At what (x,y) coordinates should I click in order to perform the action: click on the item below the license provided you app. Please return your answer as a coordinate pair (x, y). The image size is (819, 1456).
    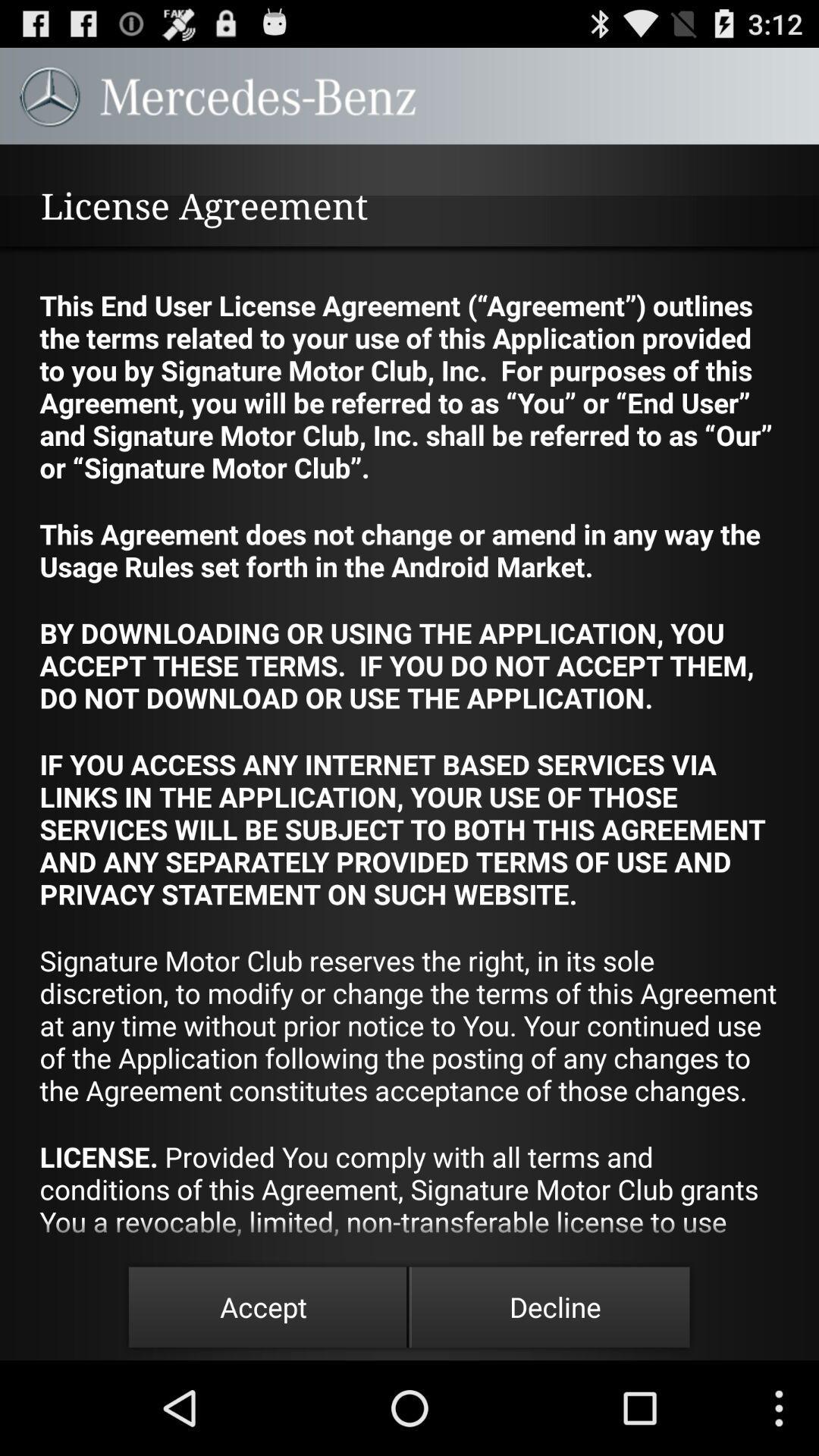
    Looking at the image, I should click on (555, 1306).